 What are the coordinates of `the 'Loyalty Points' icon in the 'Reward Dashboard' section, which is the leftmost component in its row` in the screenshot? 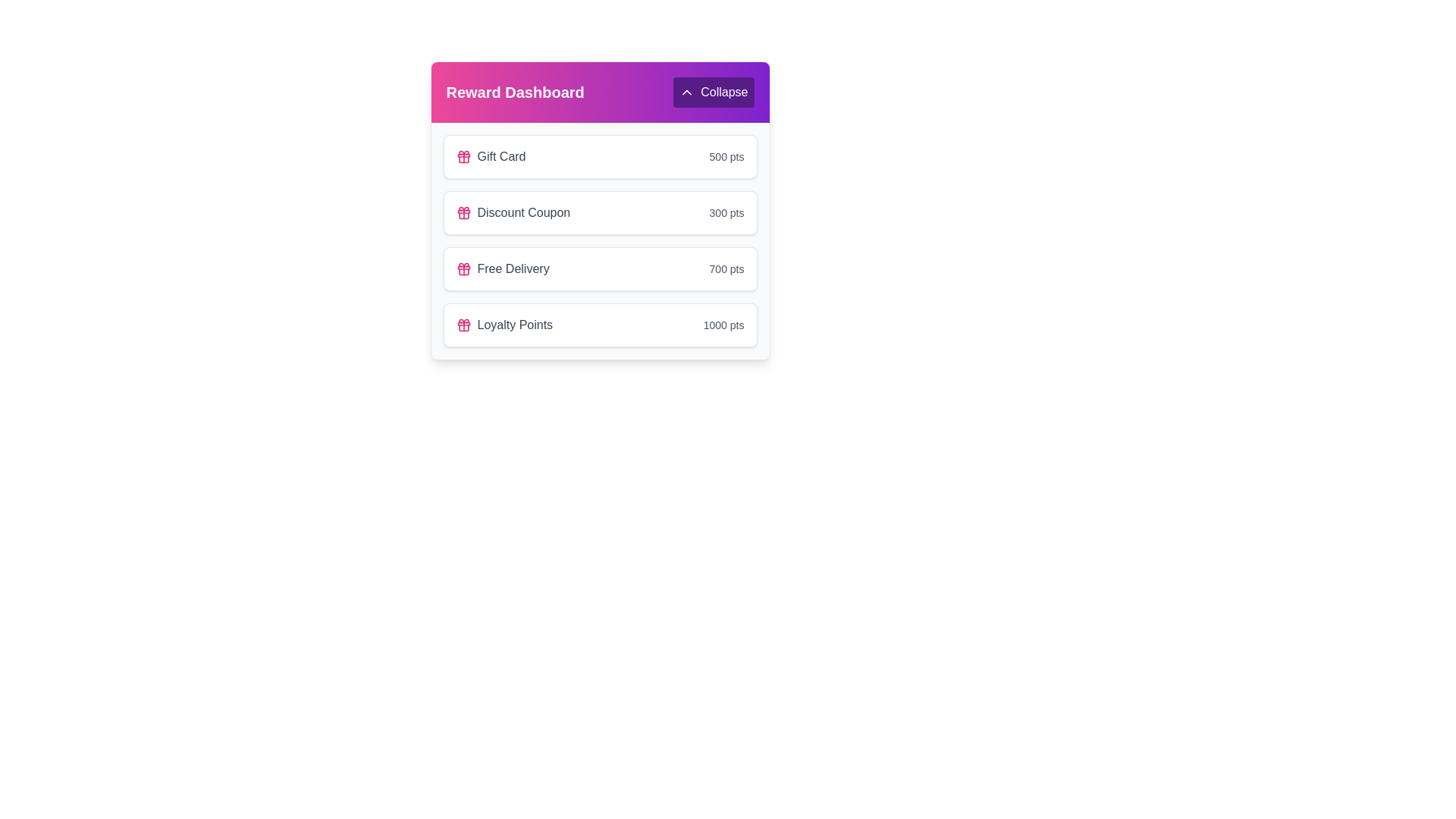 It's located at (463, 324).